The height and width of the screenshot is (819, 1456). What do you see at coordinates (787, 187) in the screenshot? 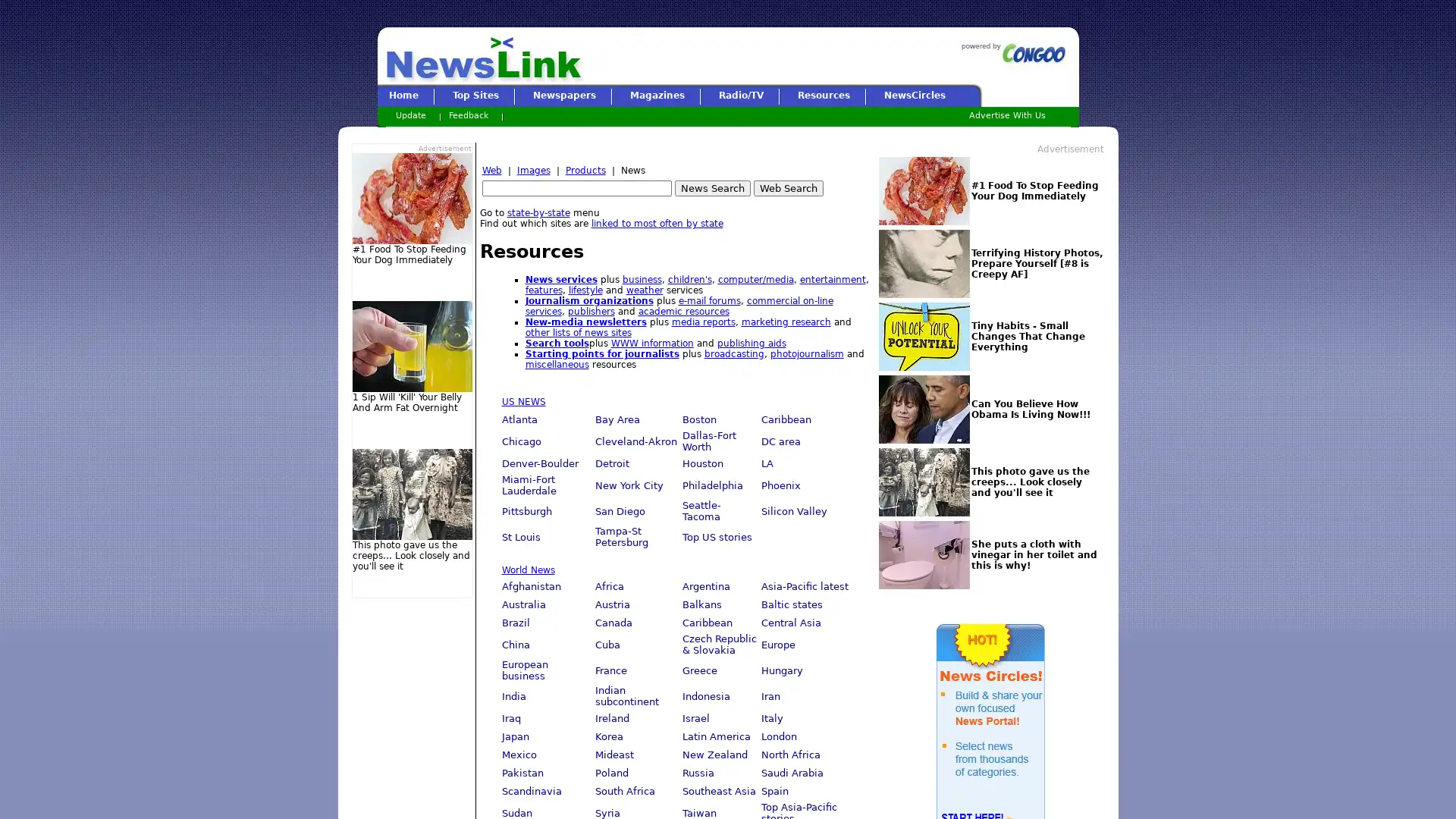
I see `Web Search` at bounding box center [787, 187].